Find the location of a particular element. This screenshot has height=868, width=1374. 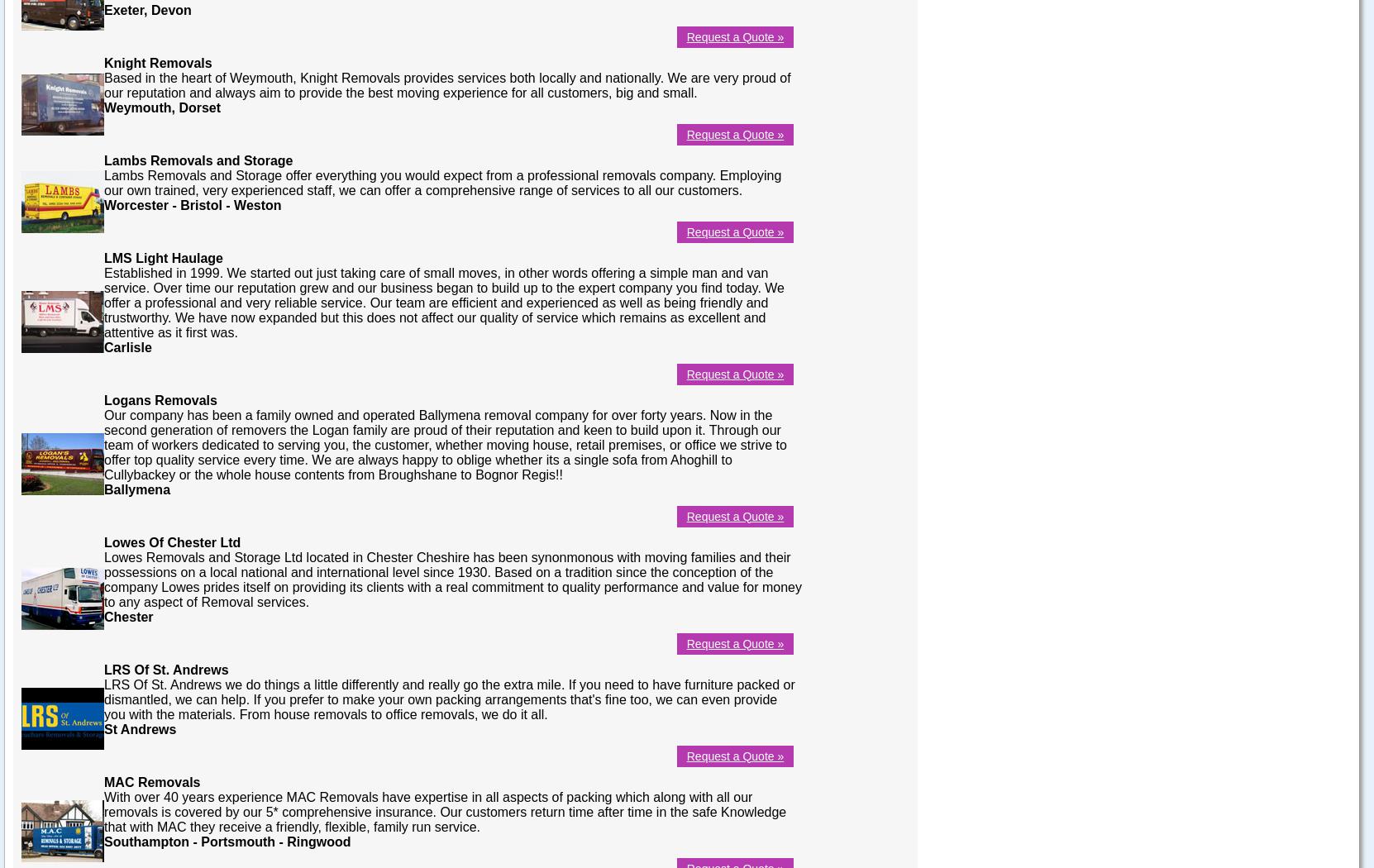

'Established in 1999. We started out just taking care of small moves, in other words offering a simple man and van service. Over time our reputation grew and our business began to build up to the expert company you find today.

We offer a professional and very reliable service. Our team are efficient and experienced as well as being friendly and trustworthy. We have now expanded but this does not affect our quality of service which remains as excellent and attentive as it first was.' is located at coordinates (442, 301).